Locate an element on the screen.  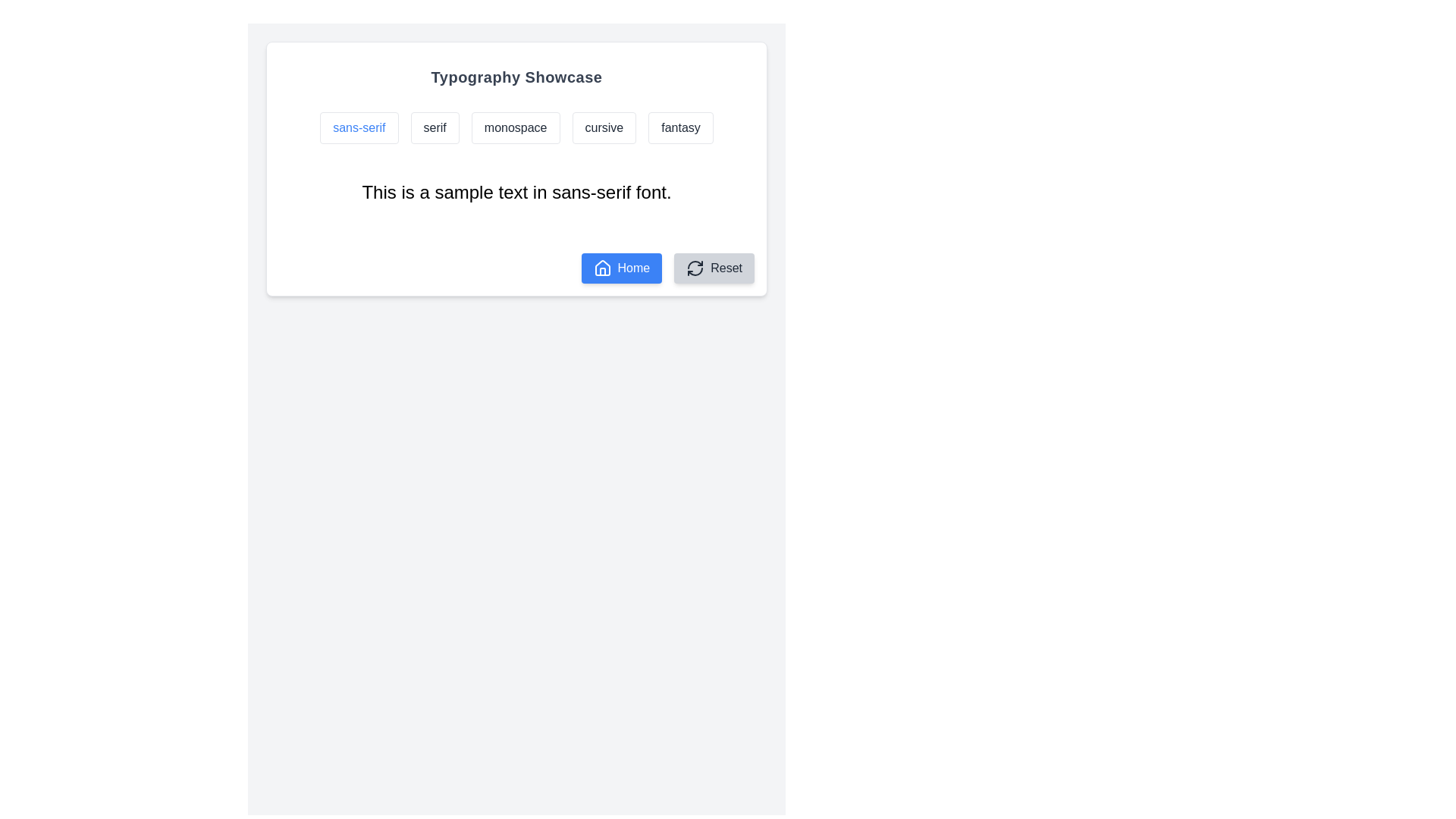
the small house-shaped icon located within the blue 'Home' button on the left side of the button is located at coordinates (601, 268).